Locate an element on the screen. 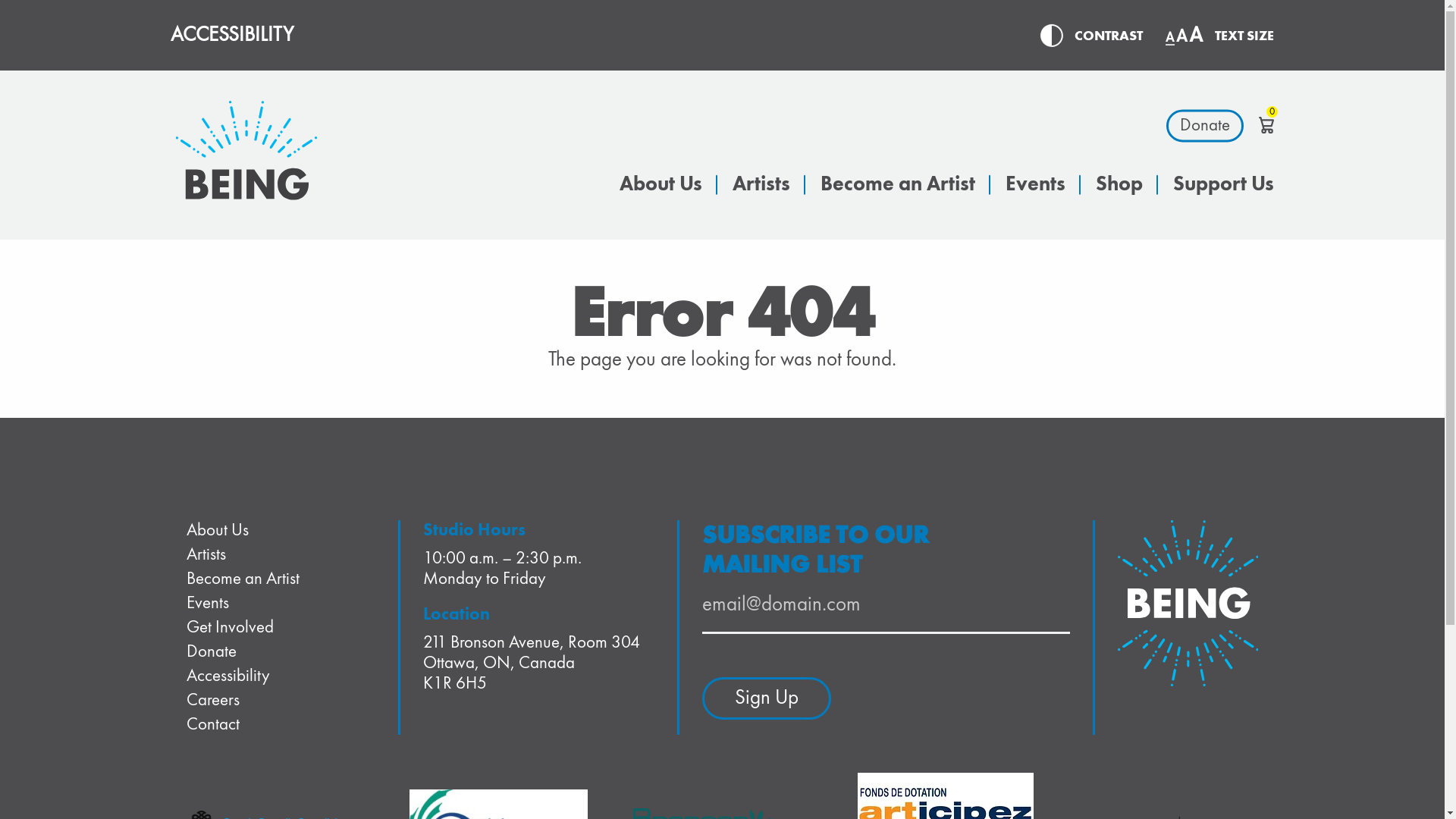 The height and width of the screenshot is (819, 1456). 'Contact' is located at coordinates (212, 723).